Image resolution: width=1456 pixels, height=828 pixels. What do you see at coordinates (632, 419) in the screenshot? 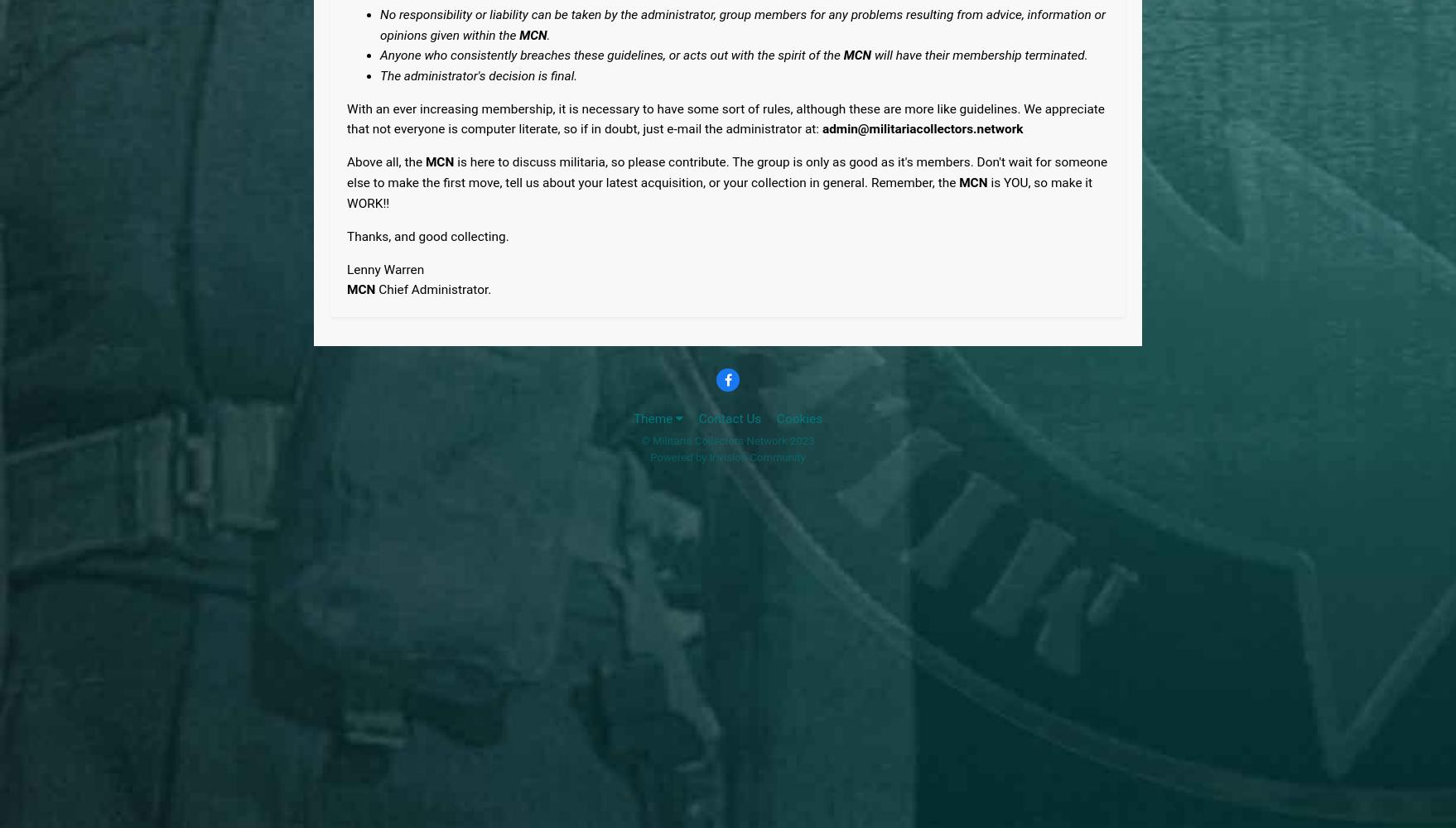
I see `'Theme'` at bounding box center [632, 419].